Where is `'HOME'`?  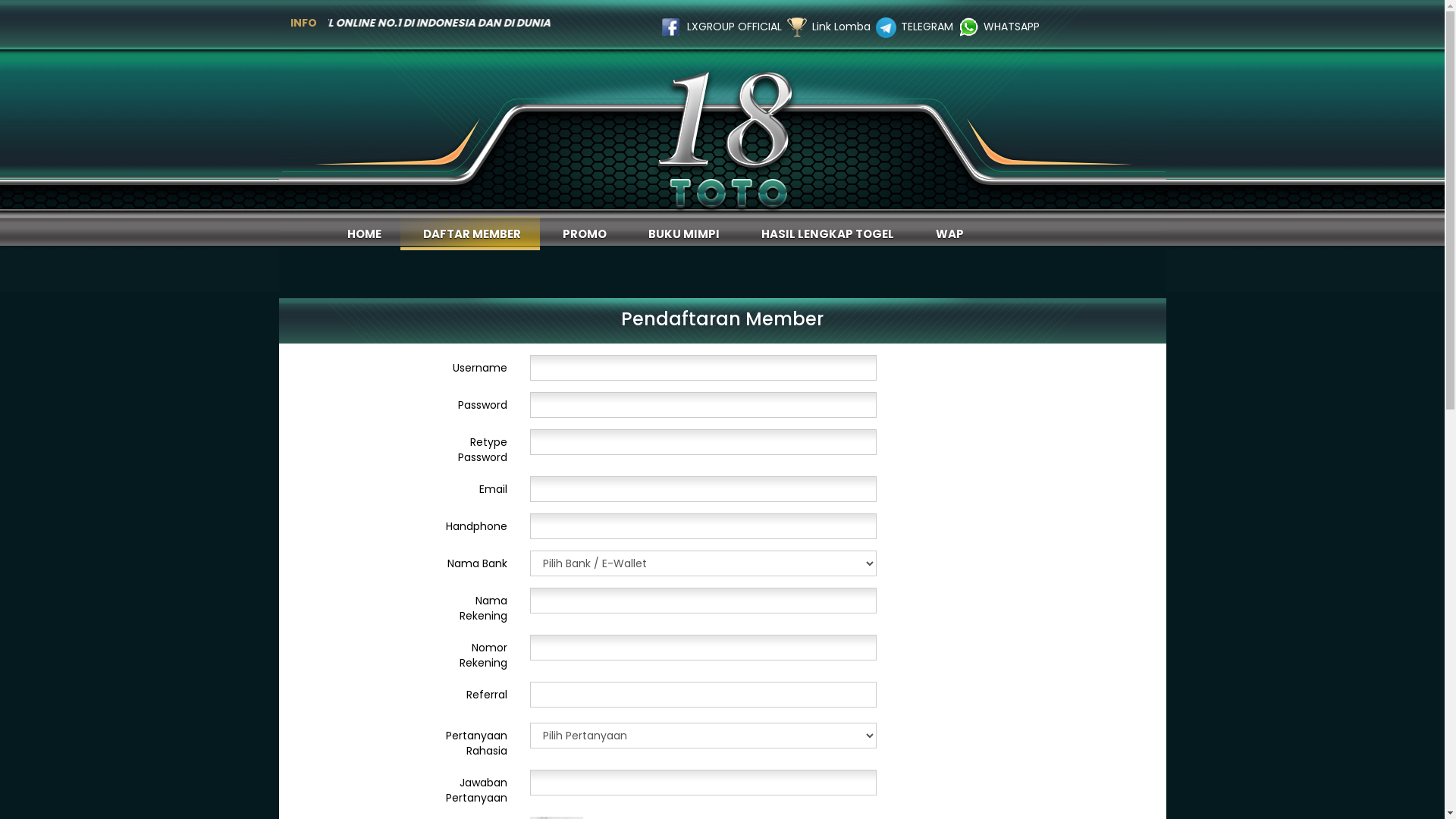
'HOME' is located at coordinates (362, 233).